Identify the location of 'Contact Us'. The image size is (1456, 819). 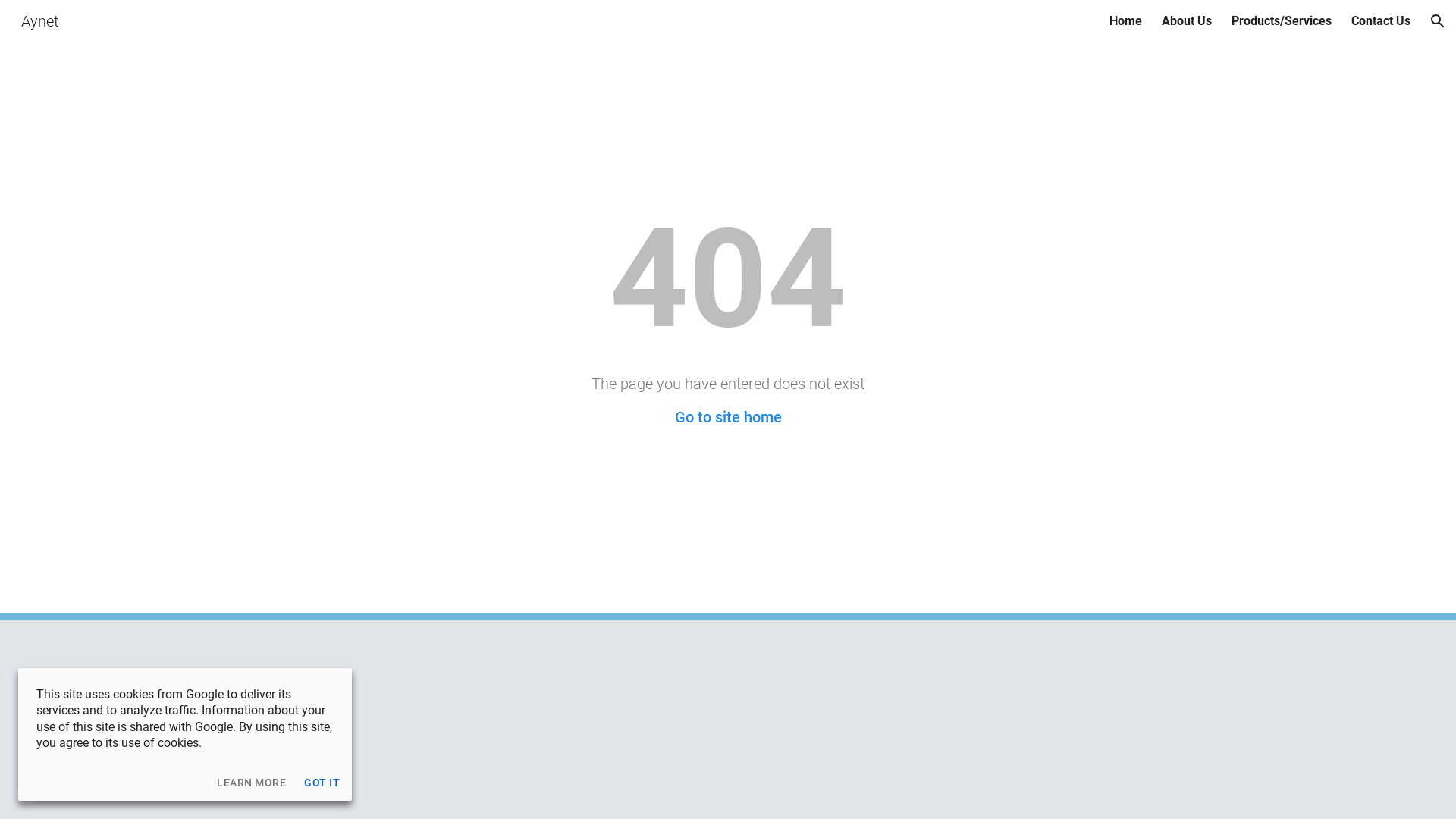
(1380, 20).